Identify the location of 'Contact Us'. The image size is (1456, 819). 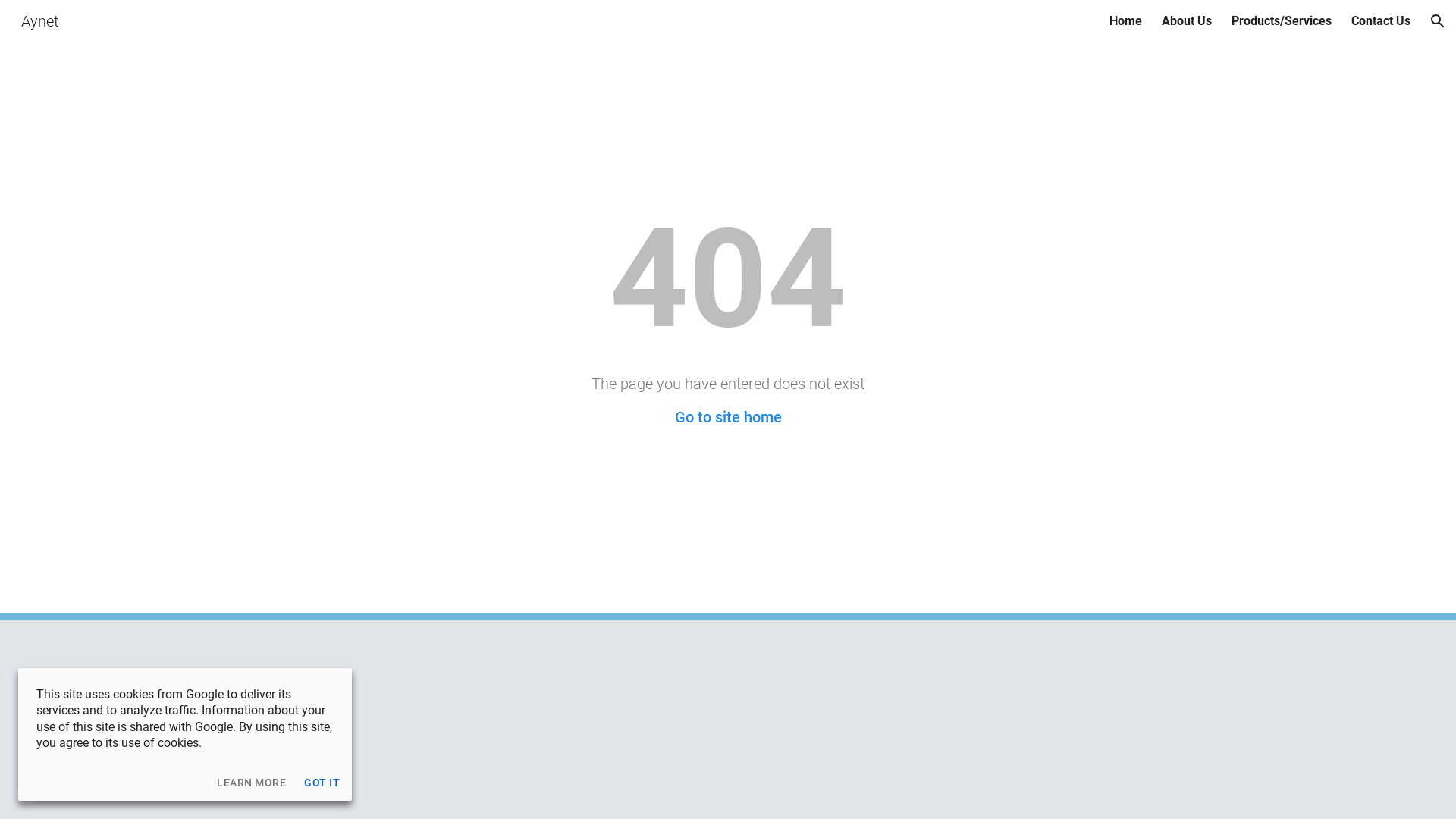
(1380, 20).